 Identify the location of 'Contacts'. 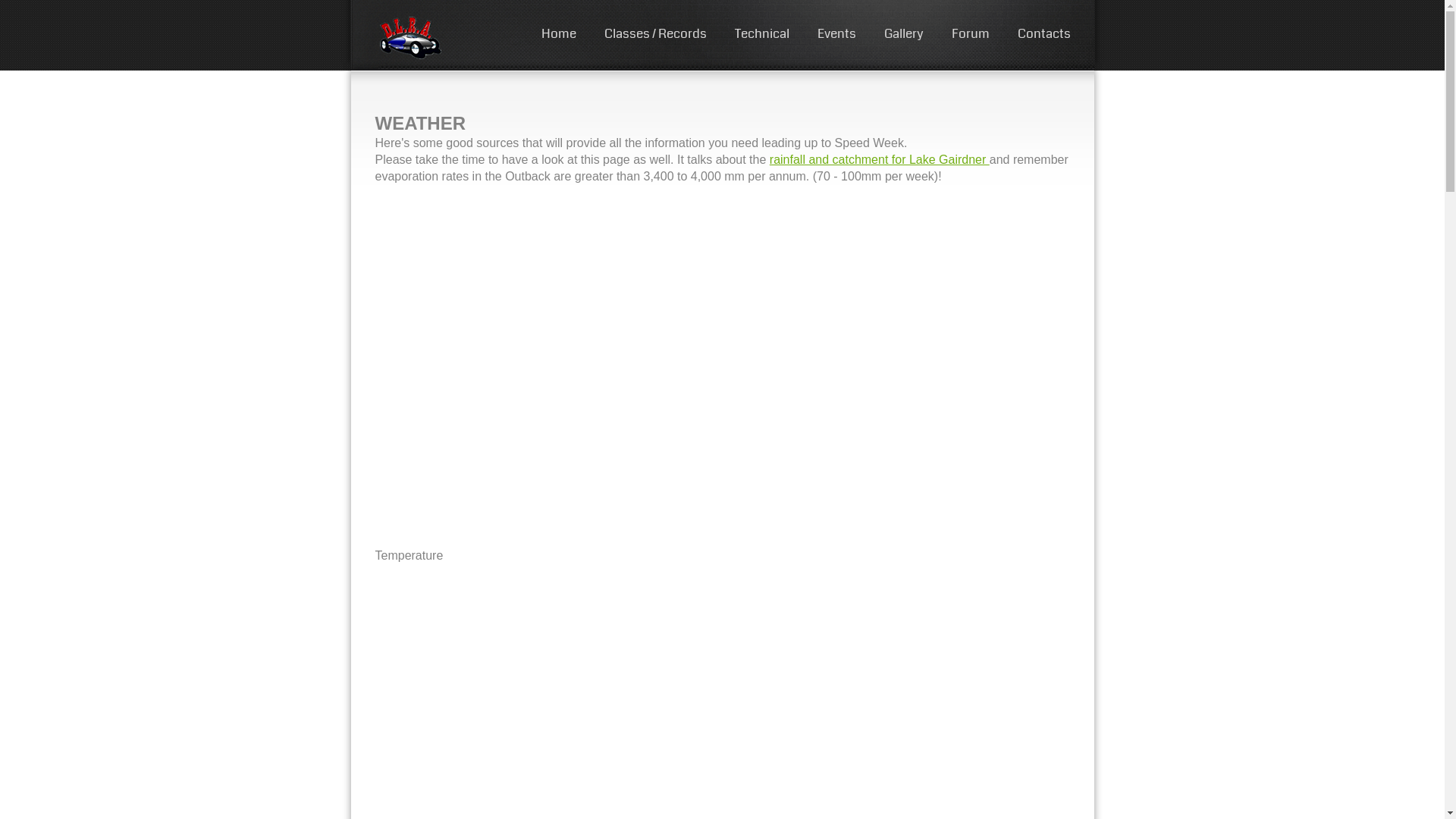
(1018, 33).